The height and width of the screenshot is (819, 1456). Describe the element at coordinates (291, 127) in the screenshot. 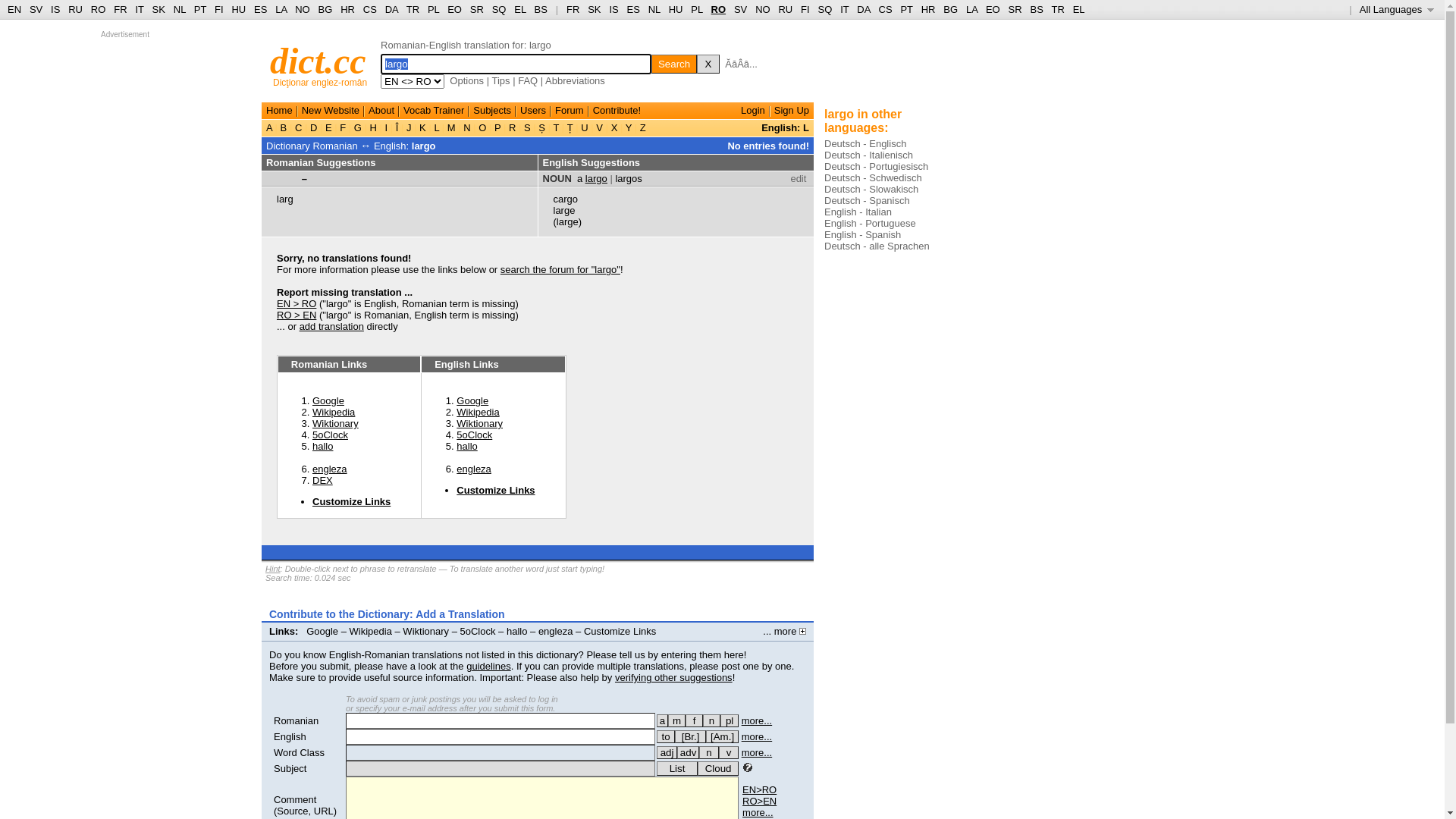

I see `'C'` at that location.